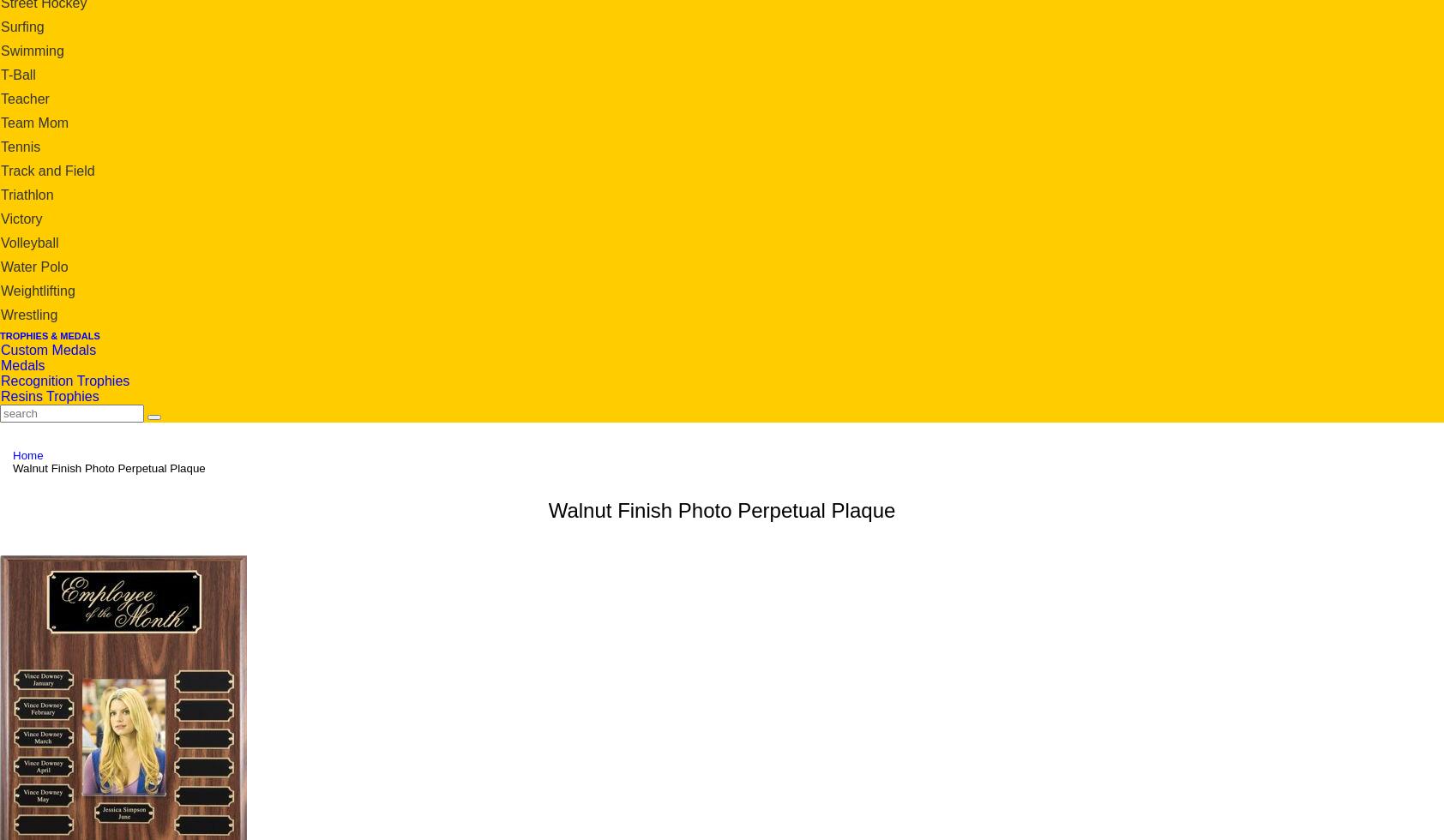 Image resolution: width=1444 pixels, height=840 pixels. I want to click on 'Wrestling', so click(28, 314).